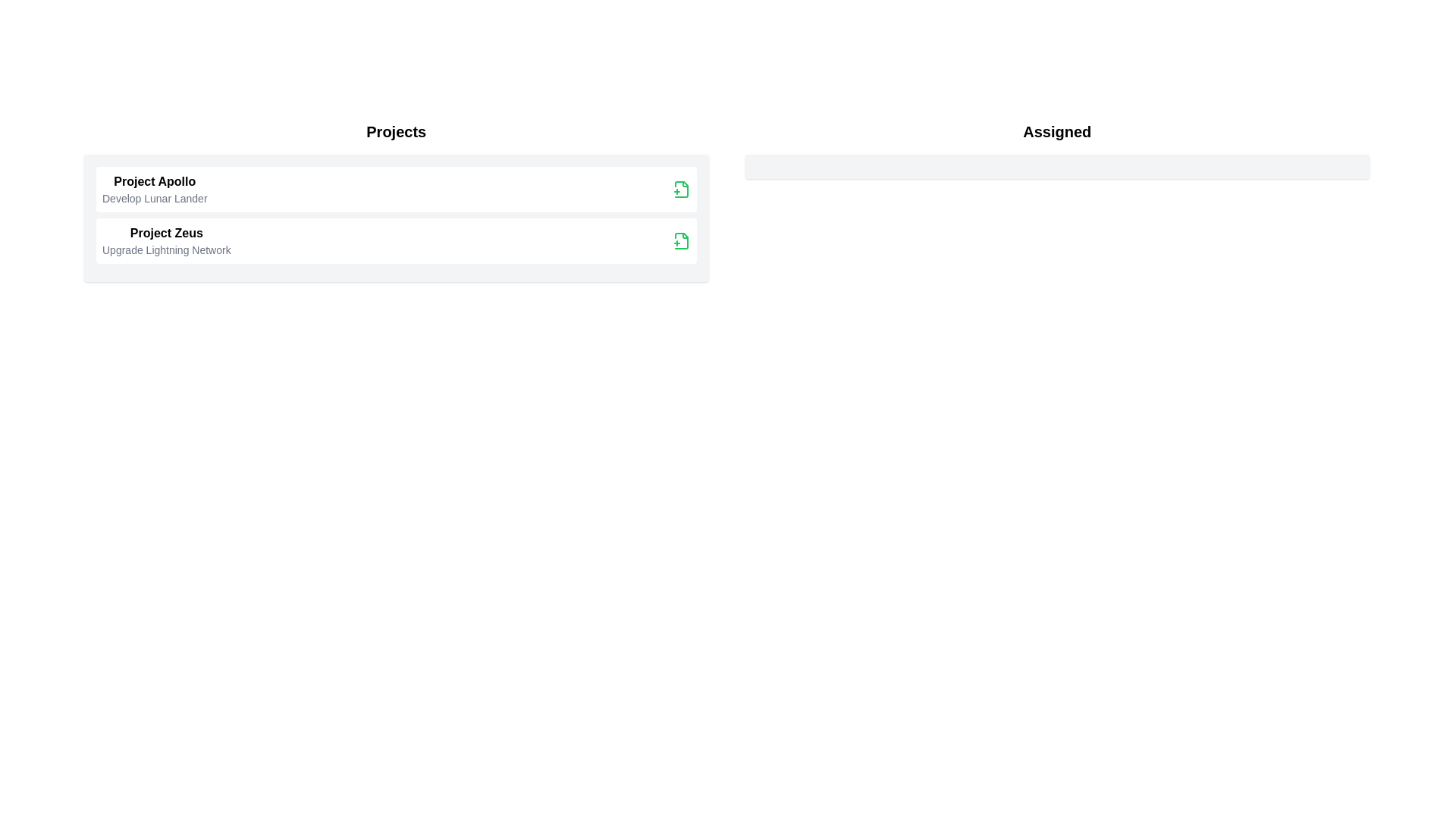 The width and height of the screenshot is (1456, 819). Describe the element at coordinates (154, 189) in the screenshot. I see `the project item Project Apollo to the assigned list` at that location.